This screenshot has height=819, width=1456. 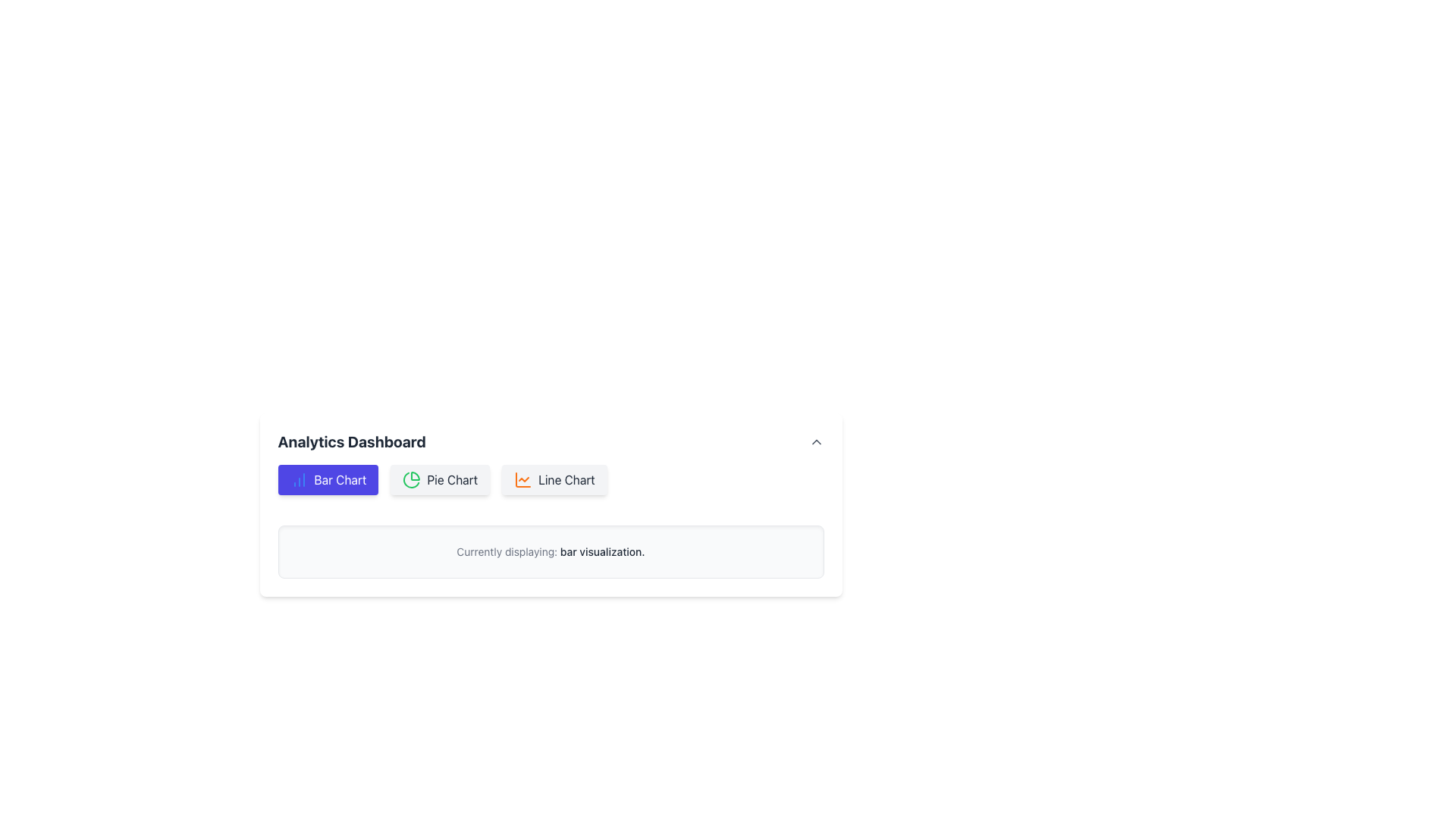 I want to click on the static text element reading 'bar visualization.' which is the concluding part of the sentence 'Currently displaying: bar visualization.', so click(x=601, y=551).